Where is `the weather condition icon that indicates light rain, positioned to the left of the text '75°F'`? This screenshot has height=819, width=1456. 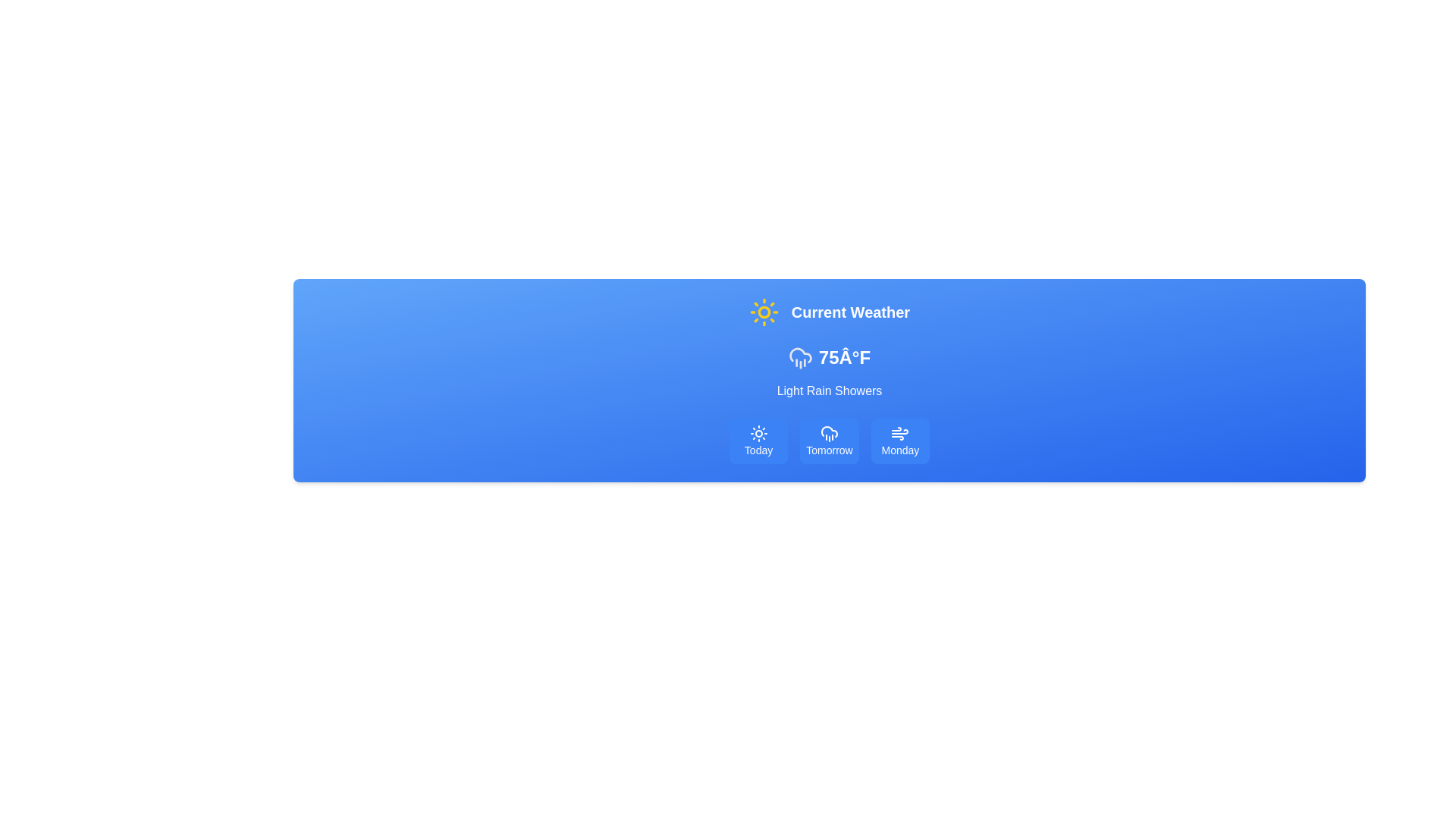 the weather condition icon that indicates light rain, positioned to the left of the text '75°F' is located at coordinates (799, 357).